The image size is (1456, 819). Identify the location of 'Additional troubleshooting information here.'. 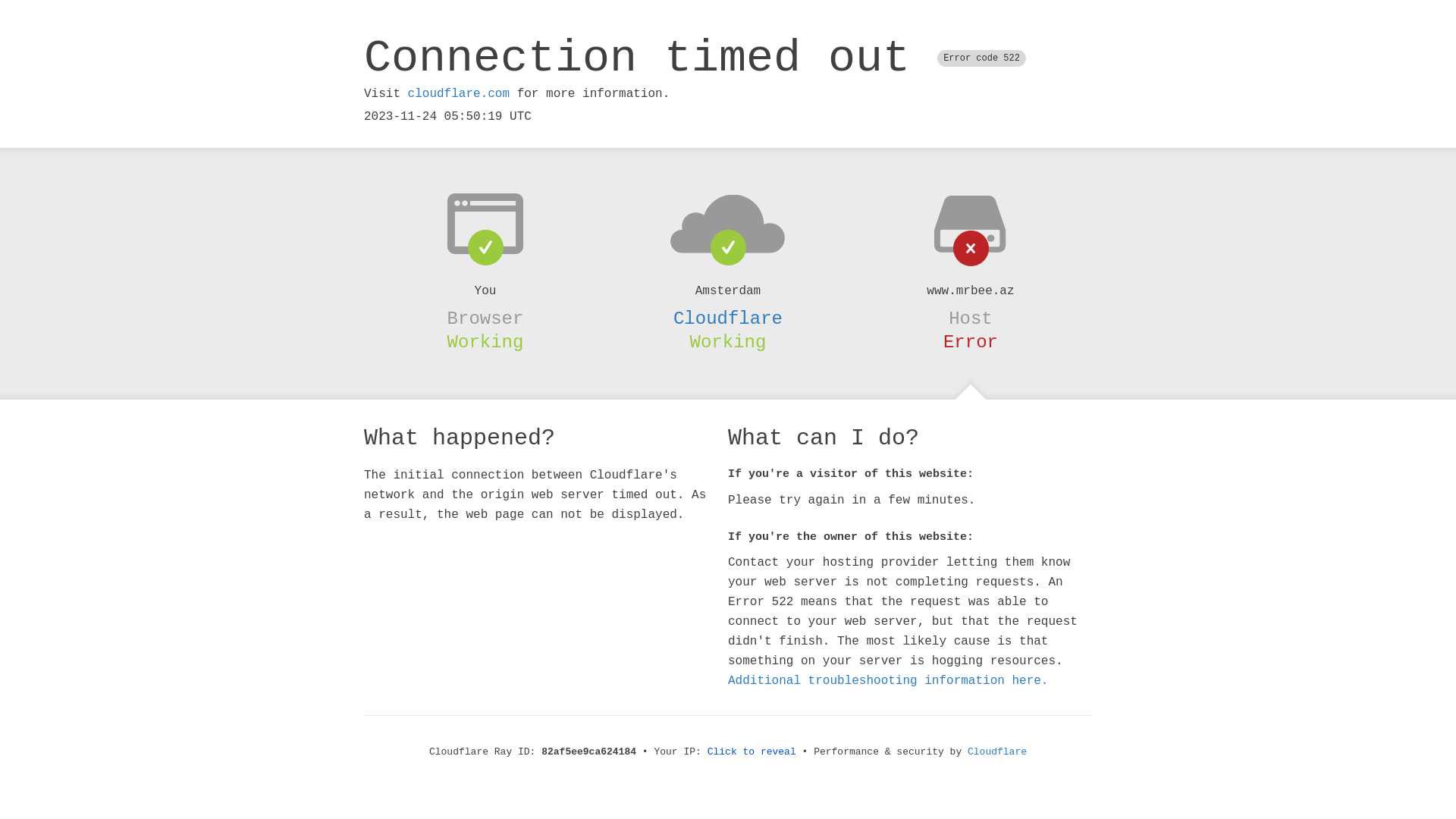
(888, 680).